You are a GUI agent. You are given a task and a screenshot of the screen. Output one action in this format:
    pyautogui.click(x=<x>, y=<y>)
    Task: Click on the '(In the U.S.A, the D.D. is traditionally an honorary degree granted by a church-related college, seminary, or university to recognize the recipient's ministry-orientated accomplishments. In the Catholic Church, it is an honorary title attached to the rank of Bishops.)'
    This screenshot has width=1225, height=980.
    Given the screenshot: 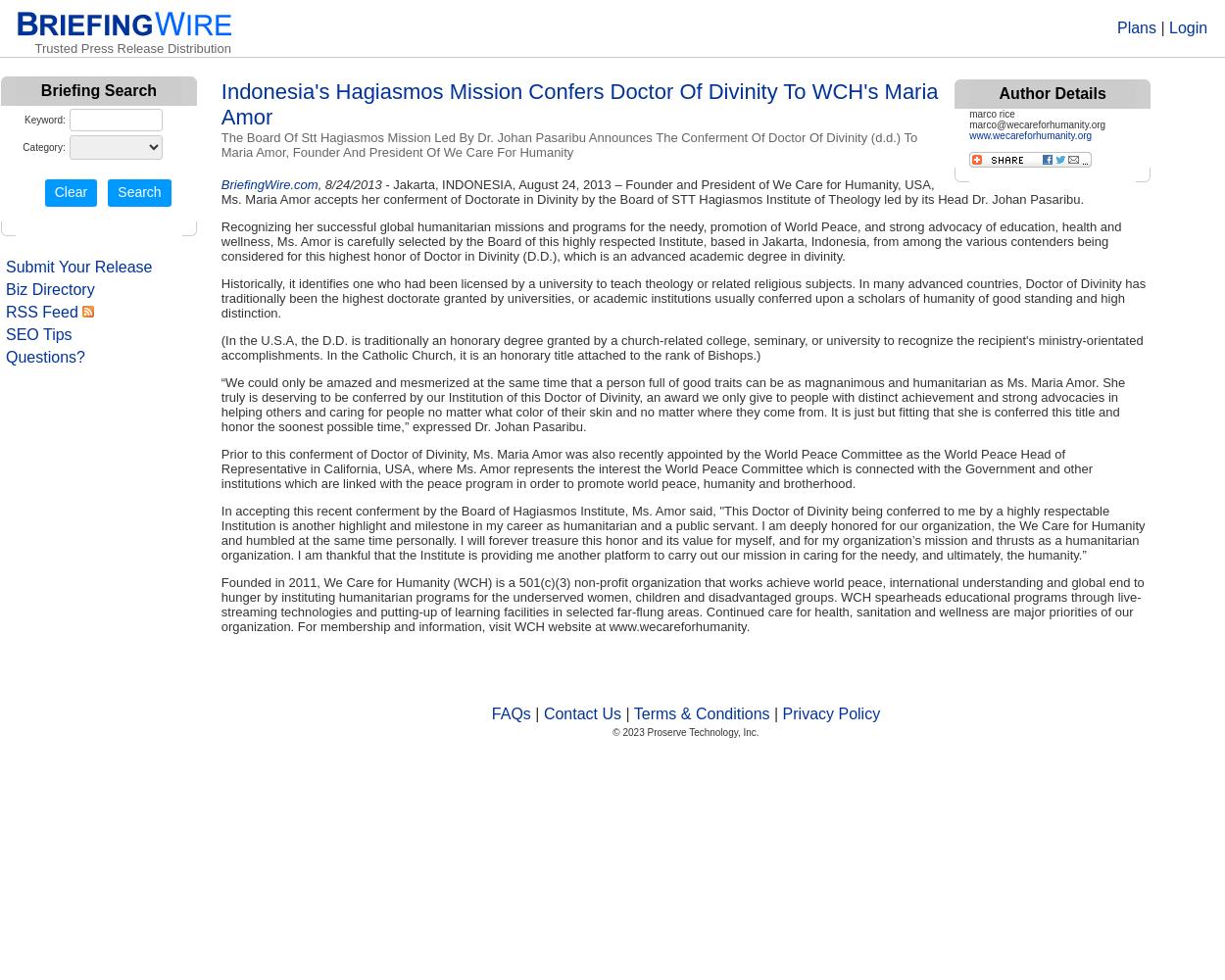 What is the action you would take?
    pyautogui.click(x=220, y=347)
    